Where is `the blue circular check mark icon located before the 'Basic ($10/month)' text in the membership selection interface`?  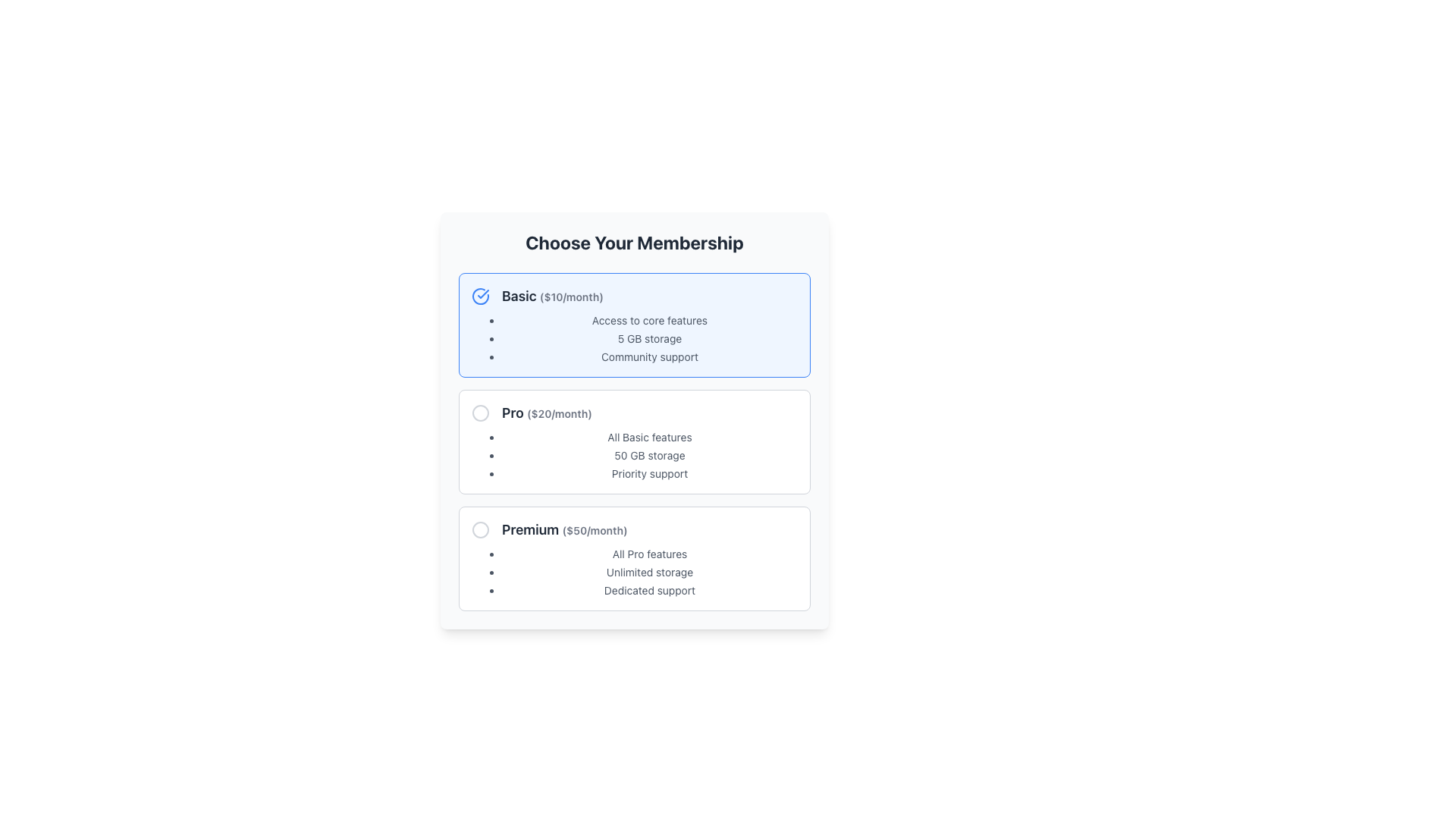 the blue circular check mark icon located before the 'Basic ($10/month)' text in the membership selection interface is located at coordinates (479, 296).